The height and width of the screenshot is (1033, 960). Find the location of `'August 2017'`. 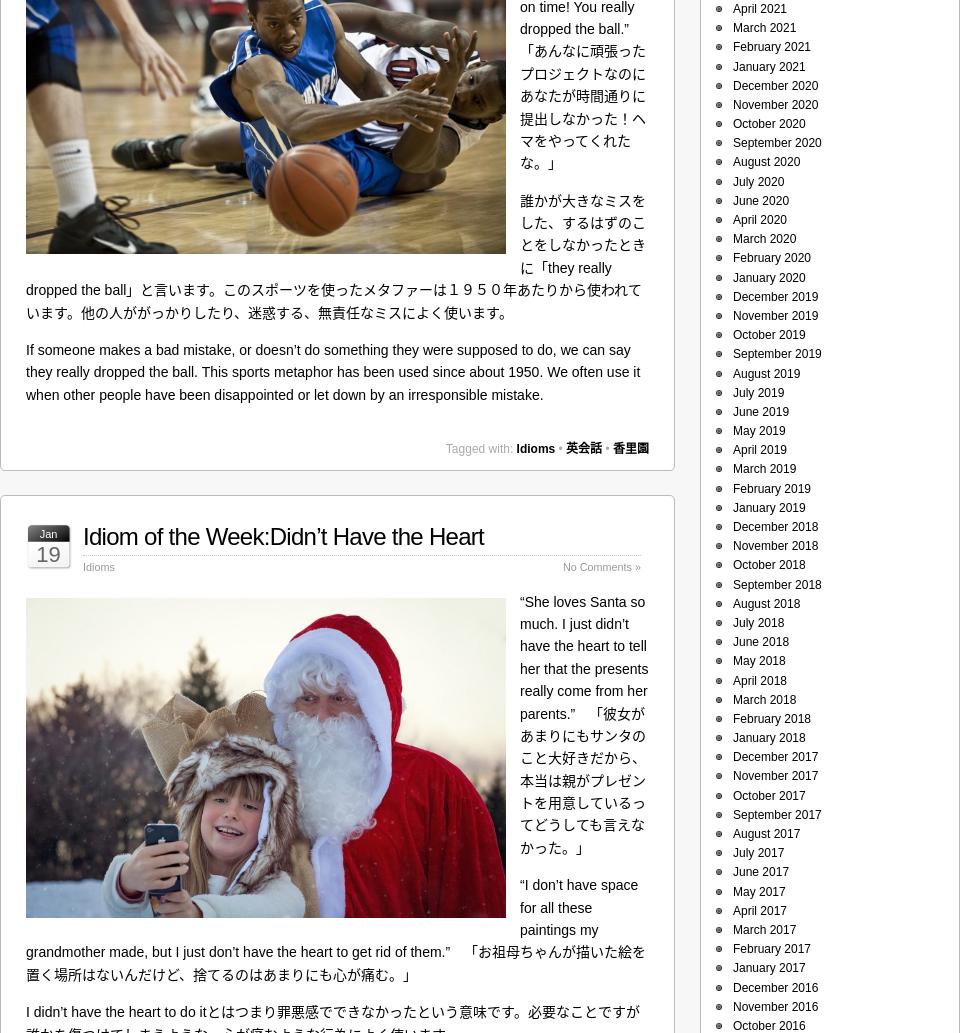

'August 2017' is located at coordinates (765, 834).